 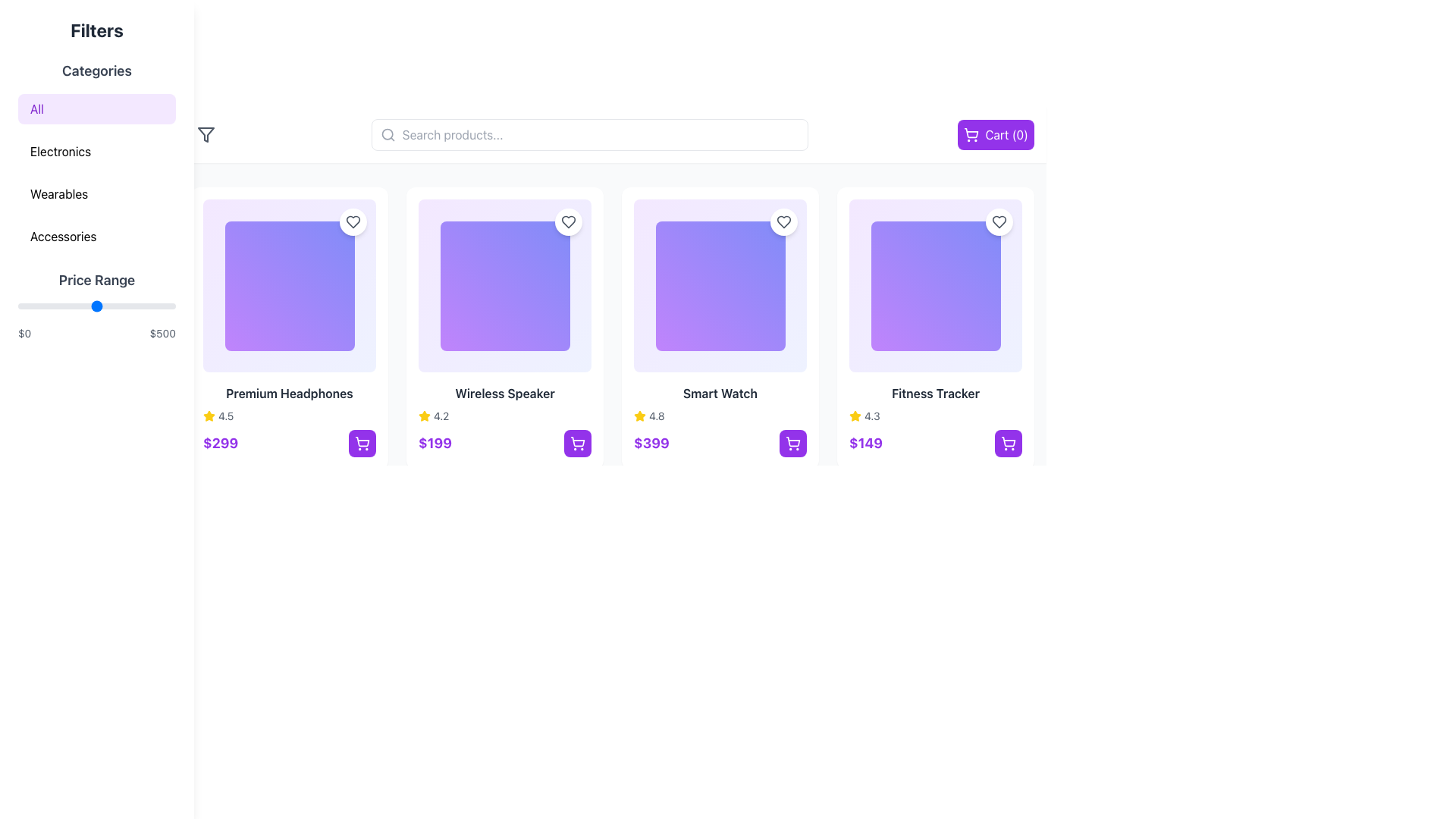 What do you see at coordinates (208, 416) in the screenshot?
I see `the yellow star icon representing the rating for 'Premium Headphones', located to the left of the text '4.5'` at bounding box center [208, 416].